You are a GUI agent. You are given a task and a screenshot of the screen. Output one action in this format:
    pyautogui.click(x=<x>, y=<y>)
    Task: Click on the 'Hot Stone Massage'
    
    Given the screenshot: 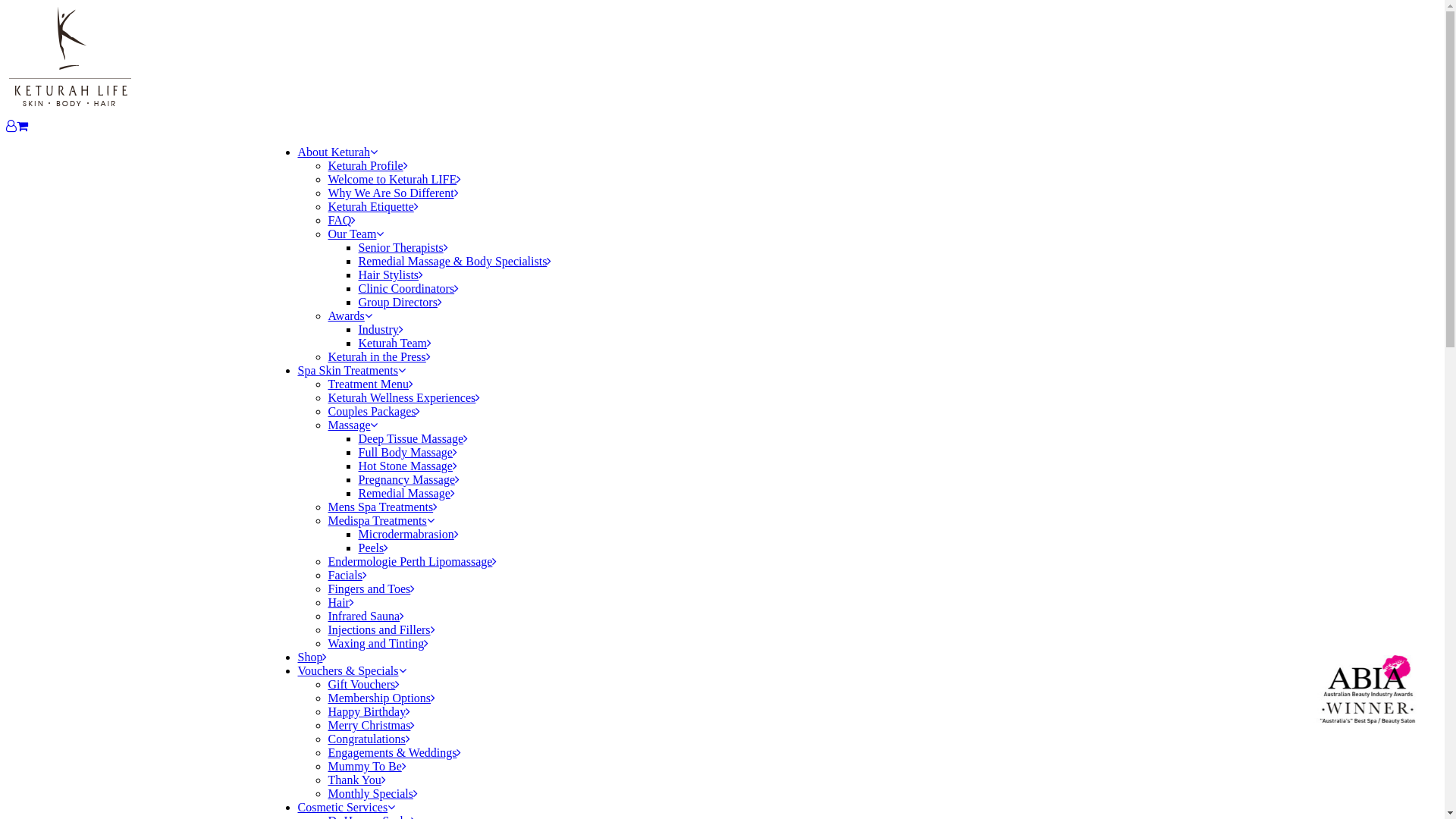 What is the action you would take?
    pyautogui.click(x=407, y=465)
    